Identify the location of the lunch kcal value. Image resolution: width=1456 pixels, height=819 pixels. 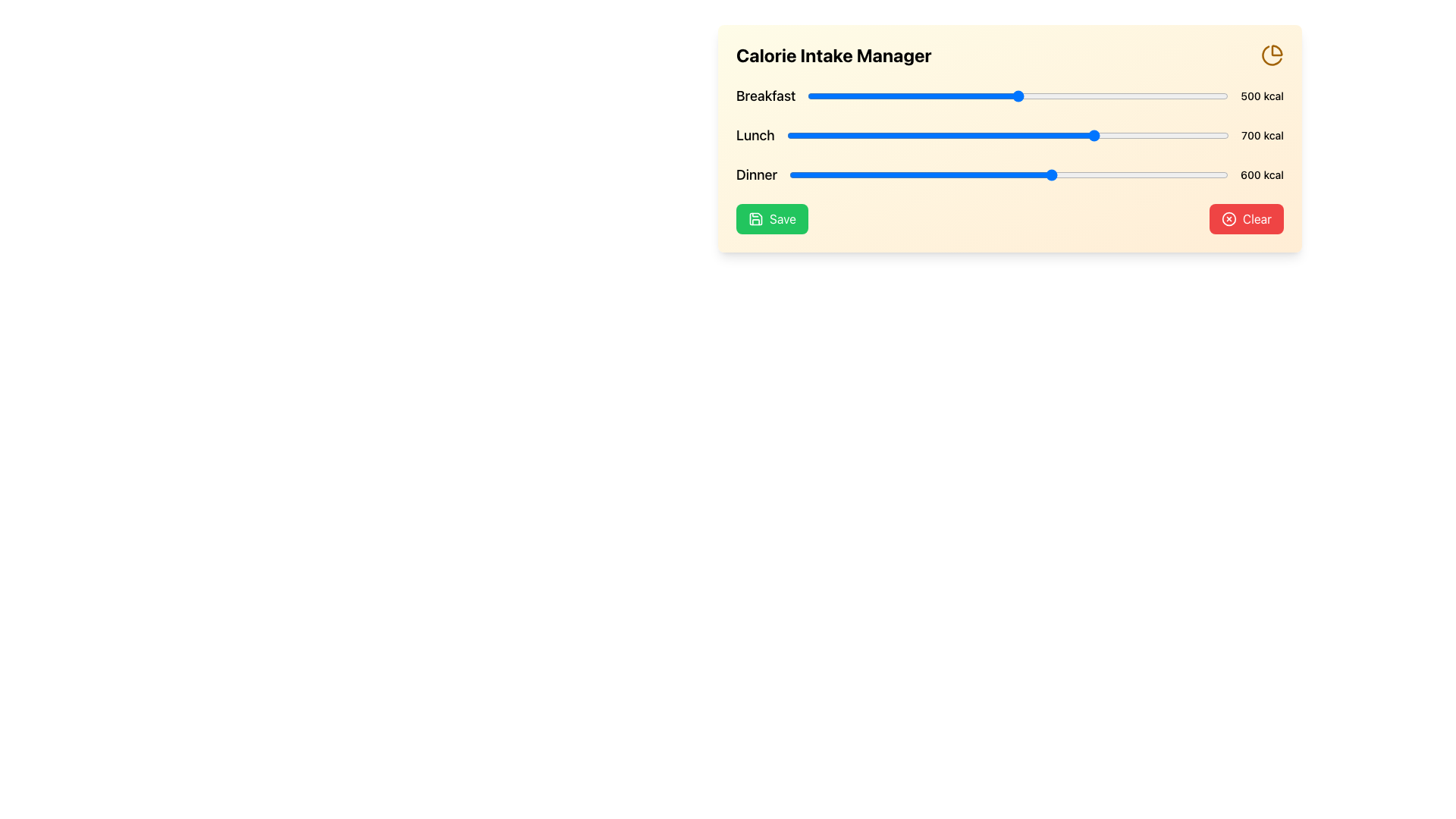
(1214, 134).